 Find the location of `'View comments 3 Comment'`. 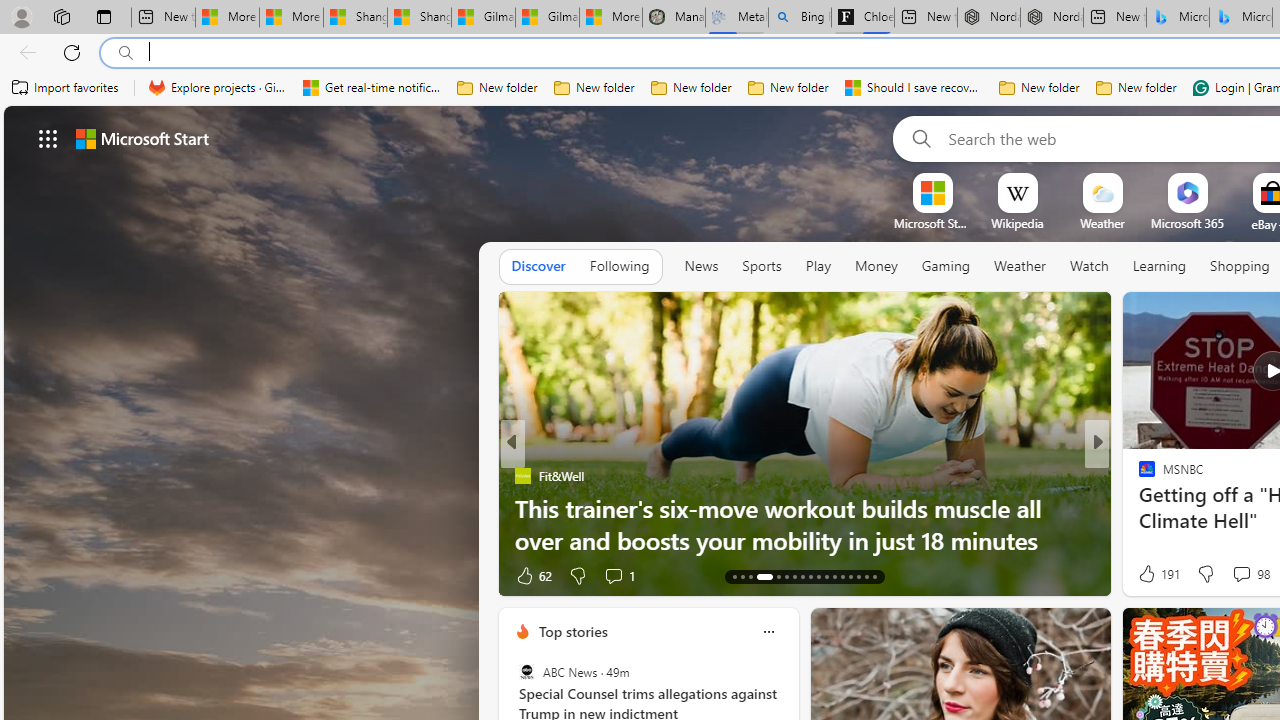

'View comments 3 Comment' is located at coordinates (1240, 575).